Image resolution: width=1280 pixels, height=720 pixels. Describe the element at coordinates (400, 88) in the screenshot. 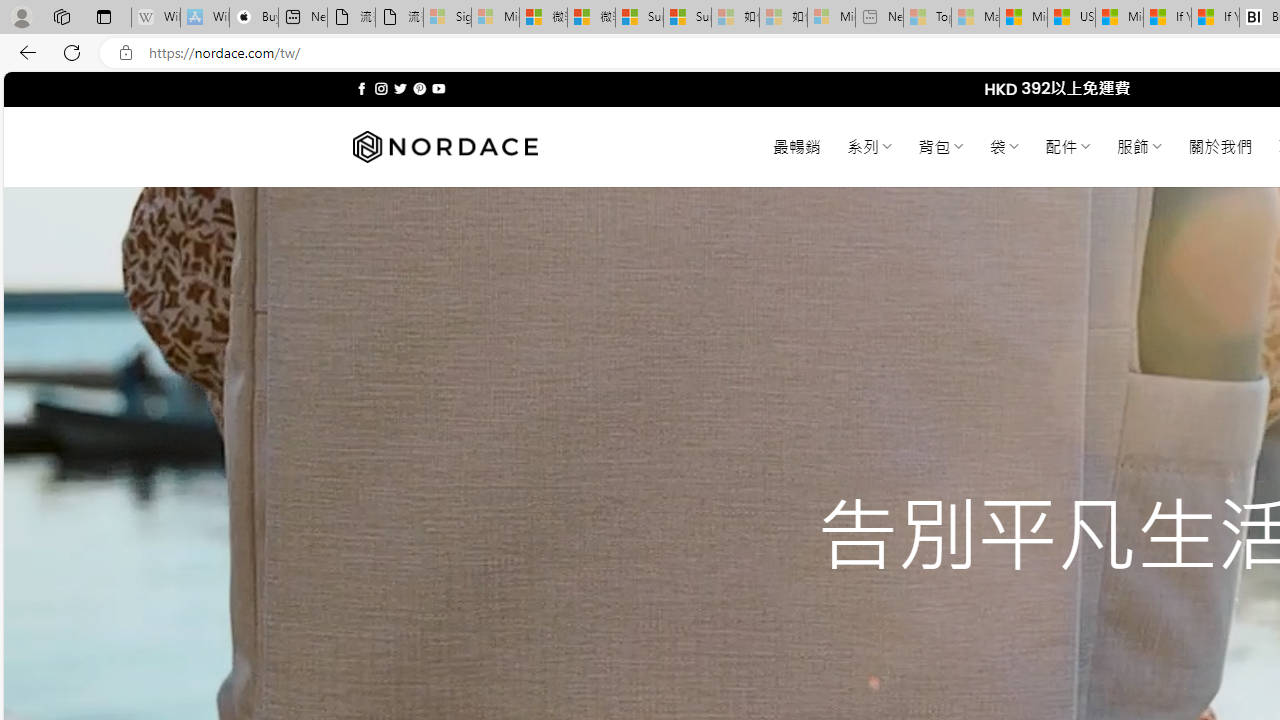

I see `'Follow on Twitter'` at that location.